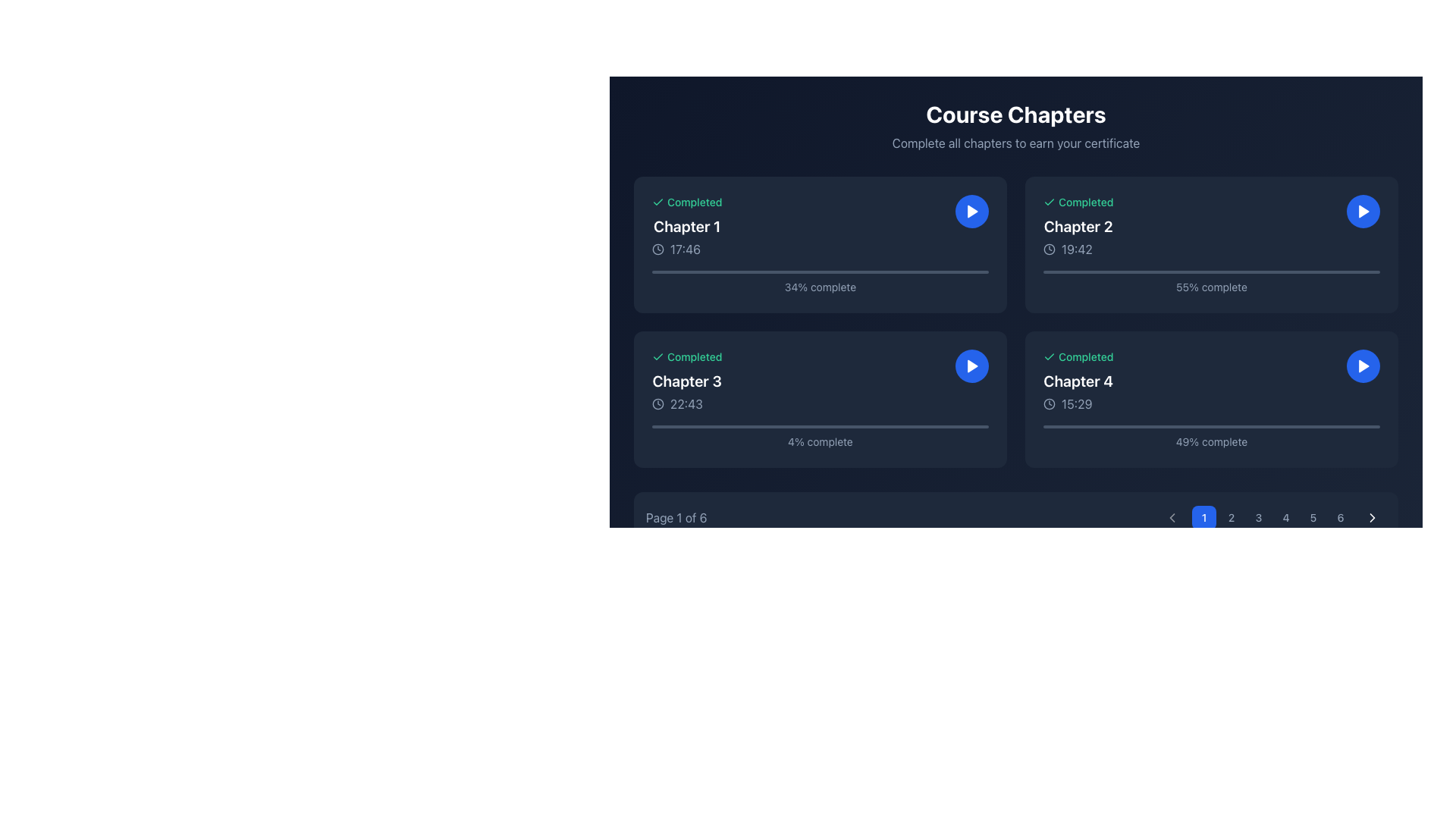 The image size is (1456, 819). Describe the element at coordinates (1048, 248) in the screenshot. I see `the small circular clock icon in the top-right quadrant of the interface, which has a minimalistic outline style and is part of the 'Chapter 2' card` at that location.